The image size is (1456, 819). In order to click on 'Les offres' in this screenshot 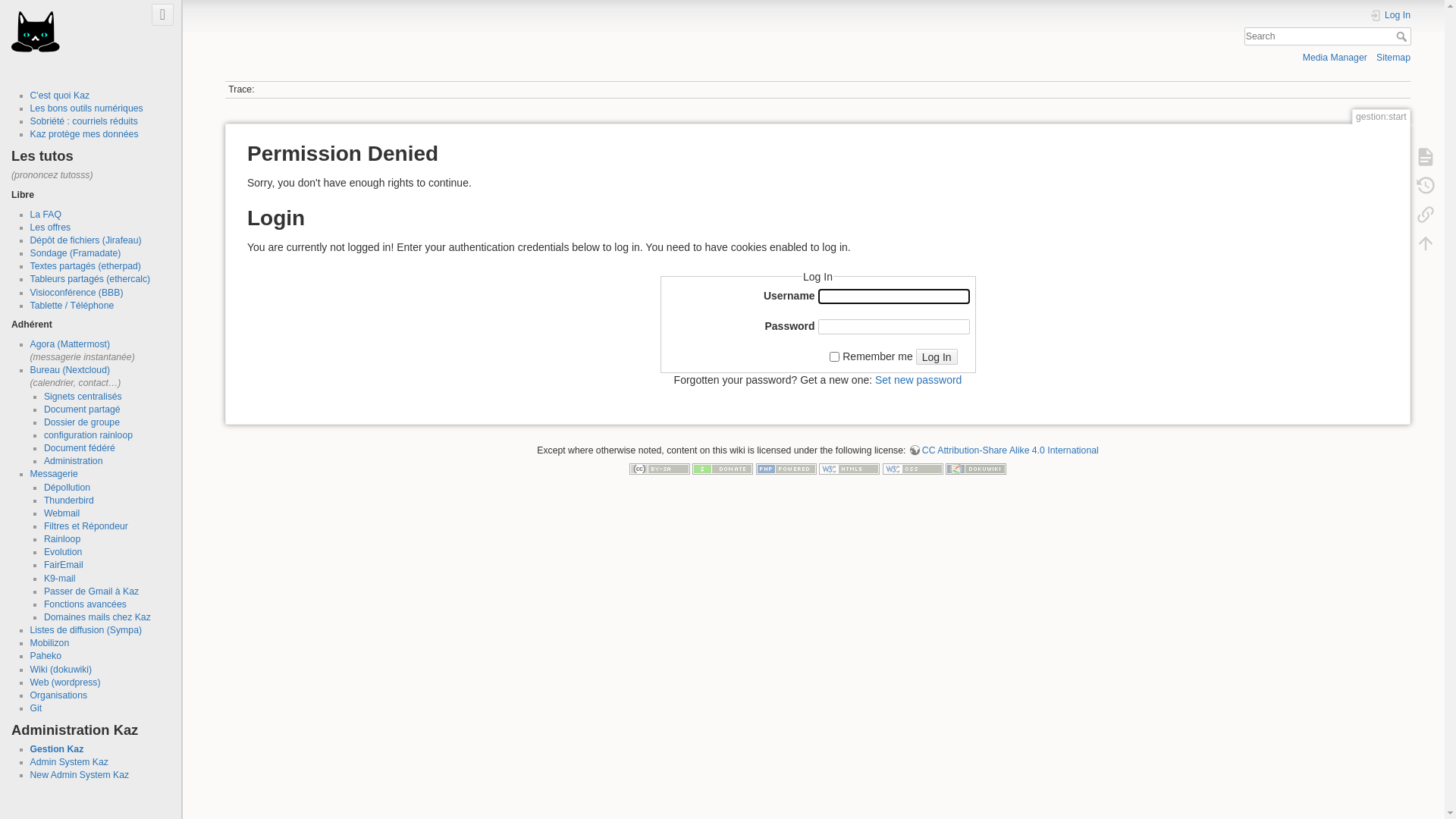, I will do `click(51, 227)`.